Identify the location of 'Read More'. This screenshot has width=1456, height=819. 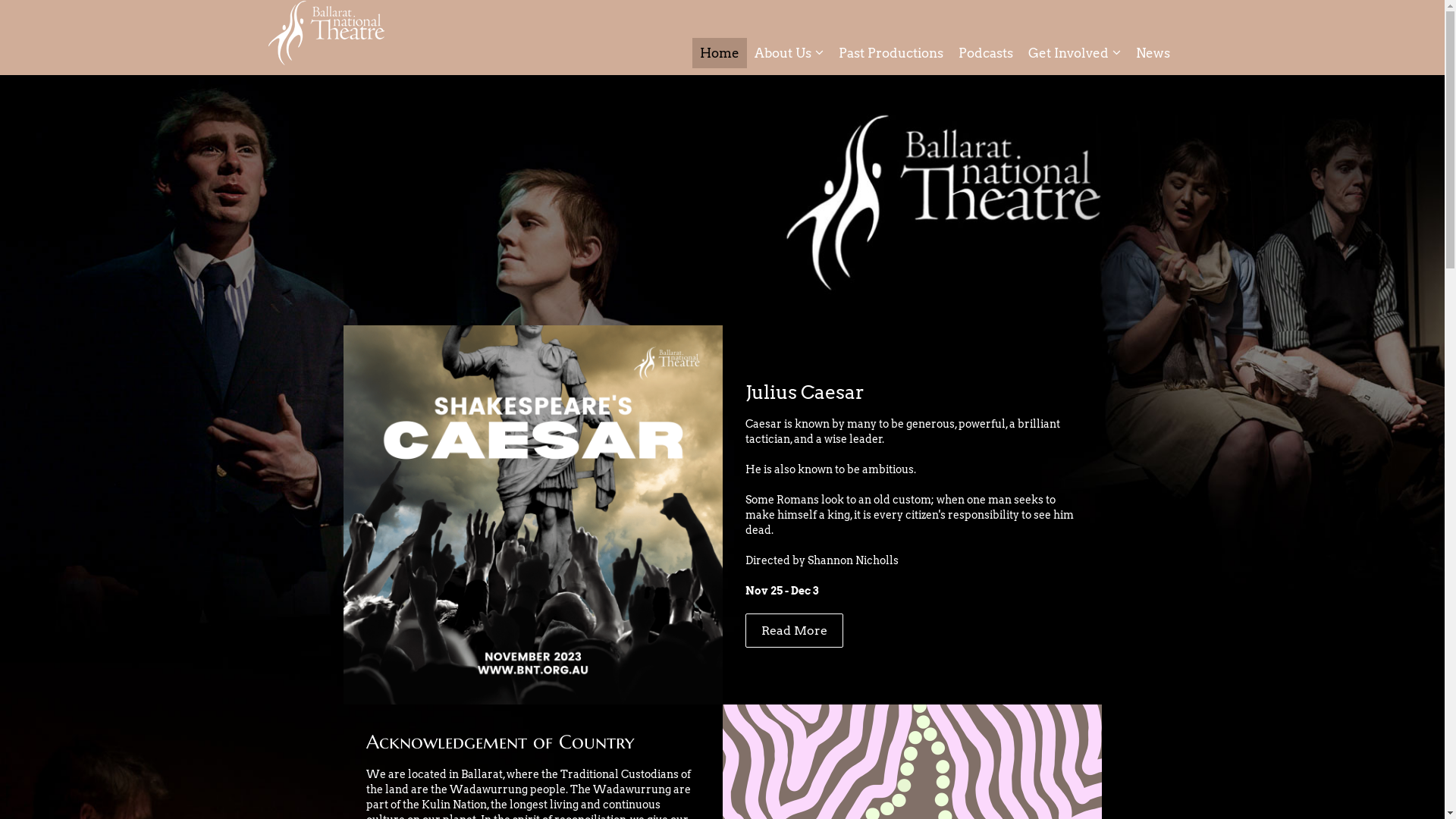
(792, 629).